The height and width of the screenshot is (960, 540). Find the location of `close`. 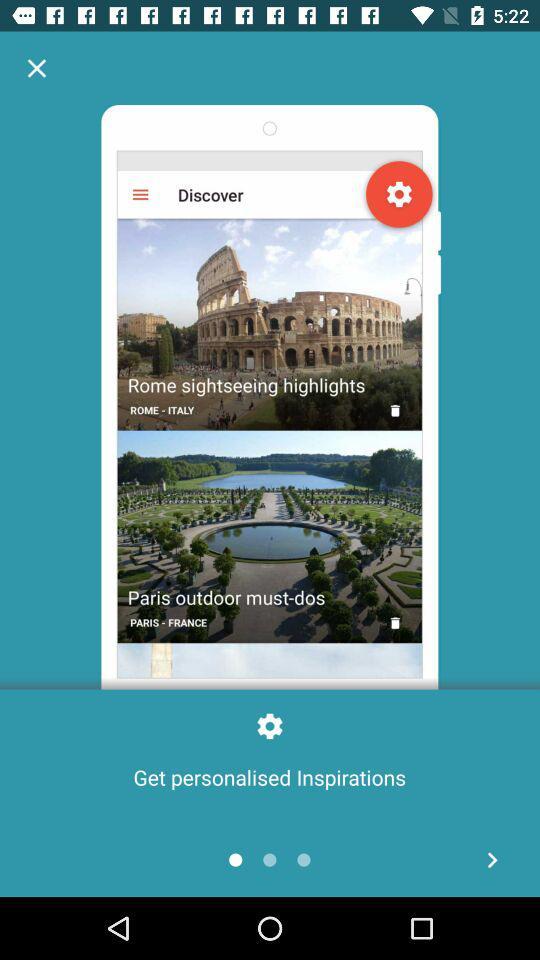

close is located at coordinates (36, 68).